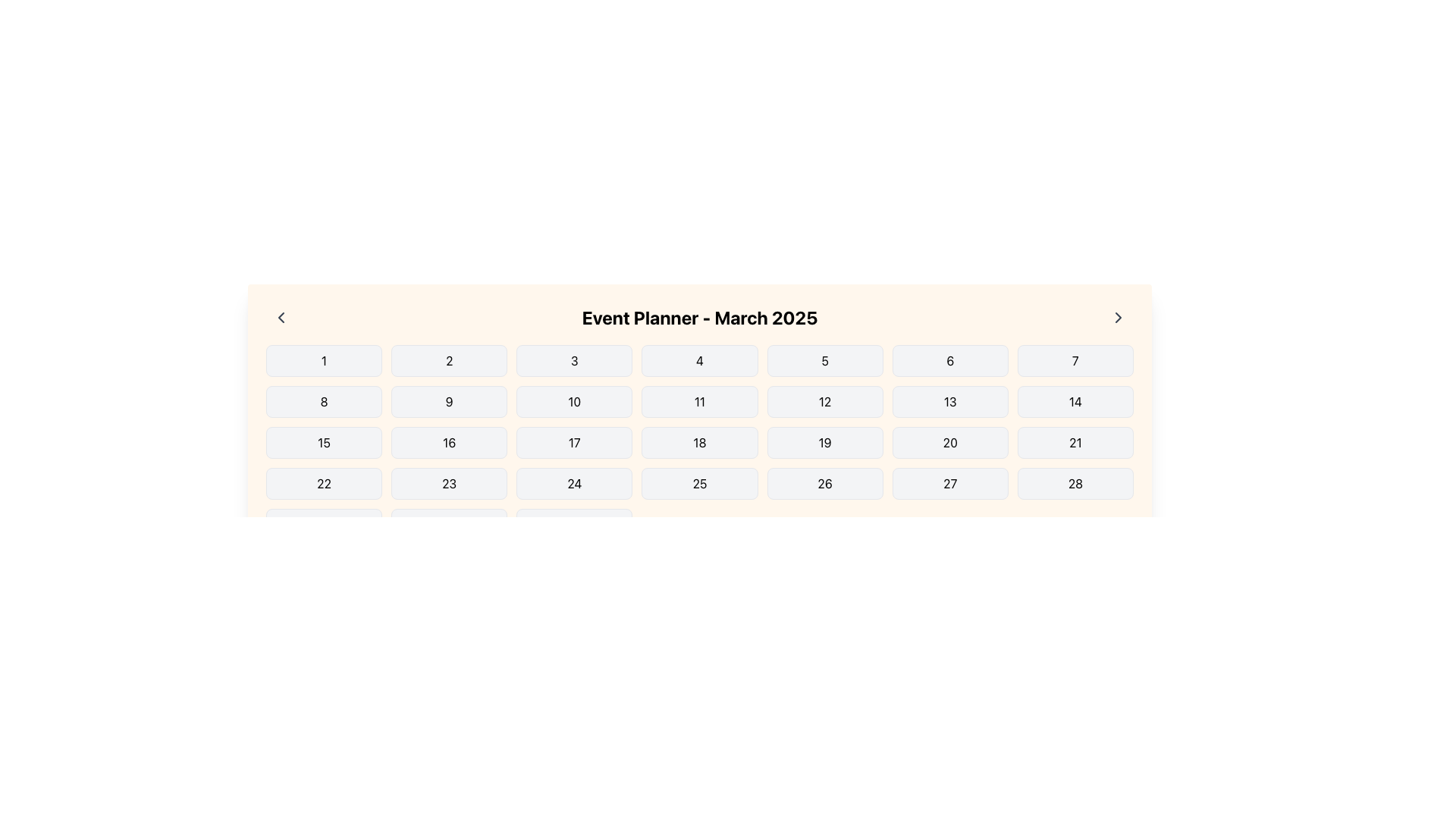 The width and height of the screenshot is (1456, 819). What do you see at coordinates (949, 483) in the screenshot?
I see `the rectangular button displaying the numeral '27' in bold black font, located in the bottom row, 6th column of the calendar grid` at bounding box center [949, 483].